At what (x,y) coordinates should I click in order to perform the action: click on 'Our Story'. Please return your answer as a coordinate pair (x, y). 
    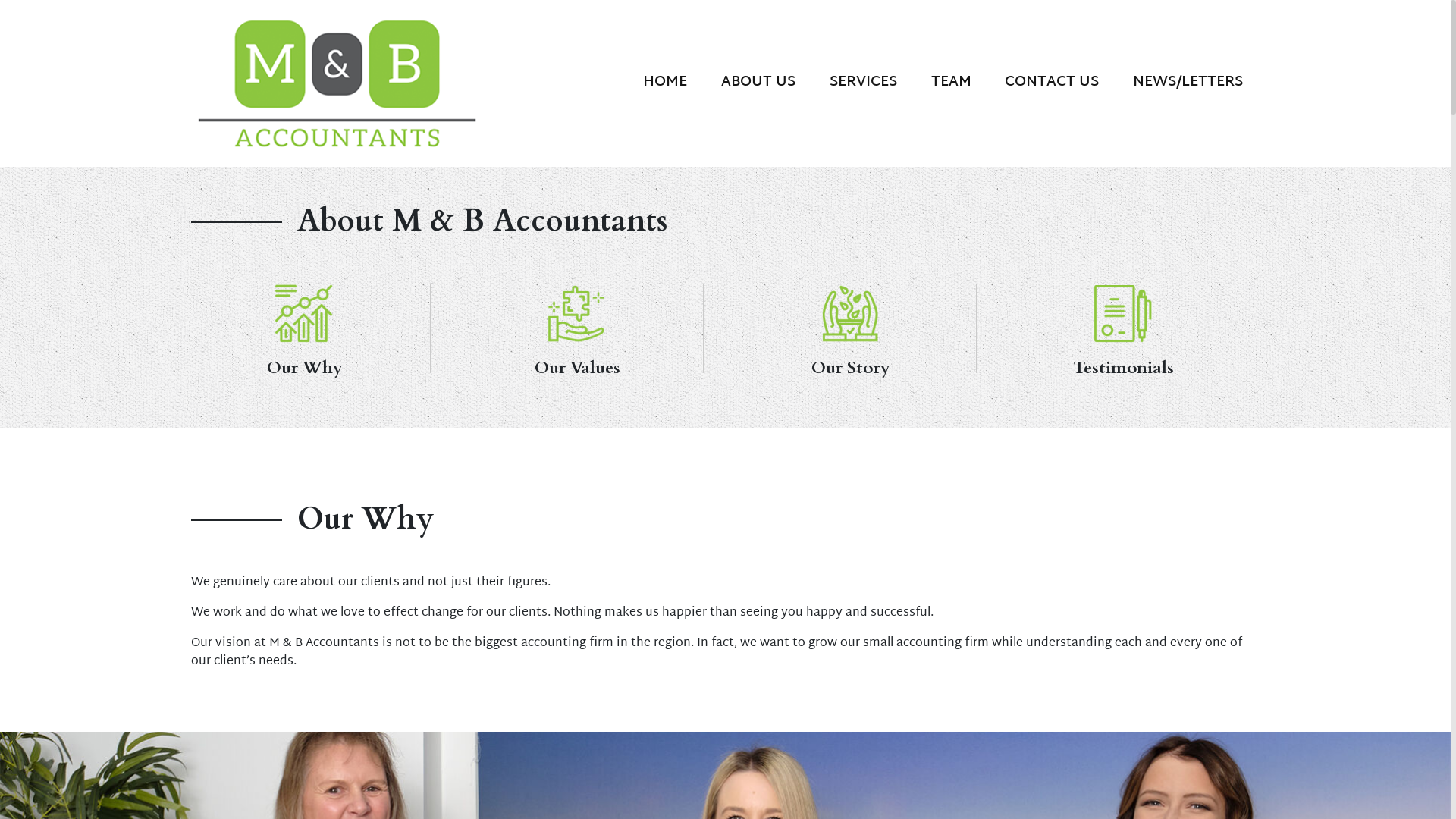
    Looking at the image, I should click on (850, 327).